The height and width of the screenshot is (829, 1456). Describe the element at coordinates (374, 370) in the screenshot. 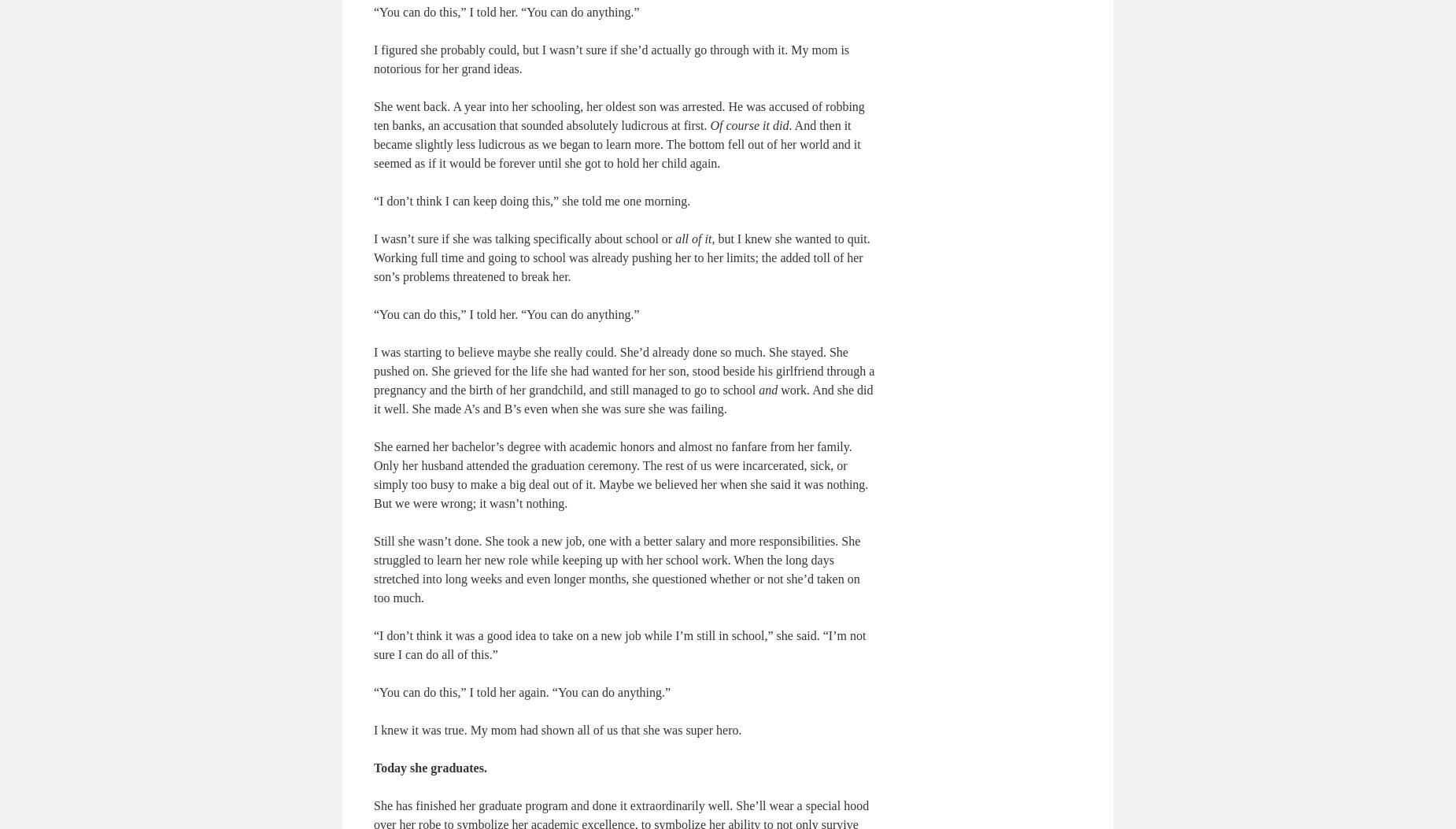

I see `'I was starting to believe maybe she really could. She’d already done so much. She stayed. She pushed on. She grieved for the life she had wanted for her son, stood beside his girlfriend through a pregnancy and the birth of her grandchild, and still managed to go to school'` at that location.